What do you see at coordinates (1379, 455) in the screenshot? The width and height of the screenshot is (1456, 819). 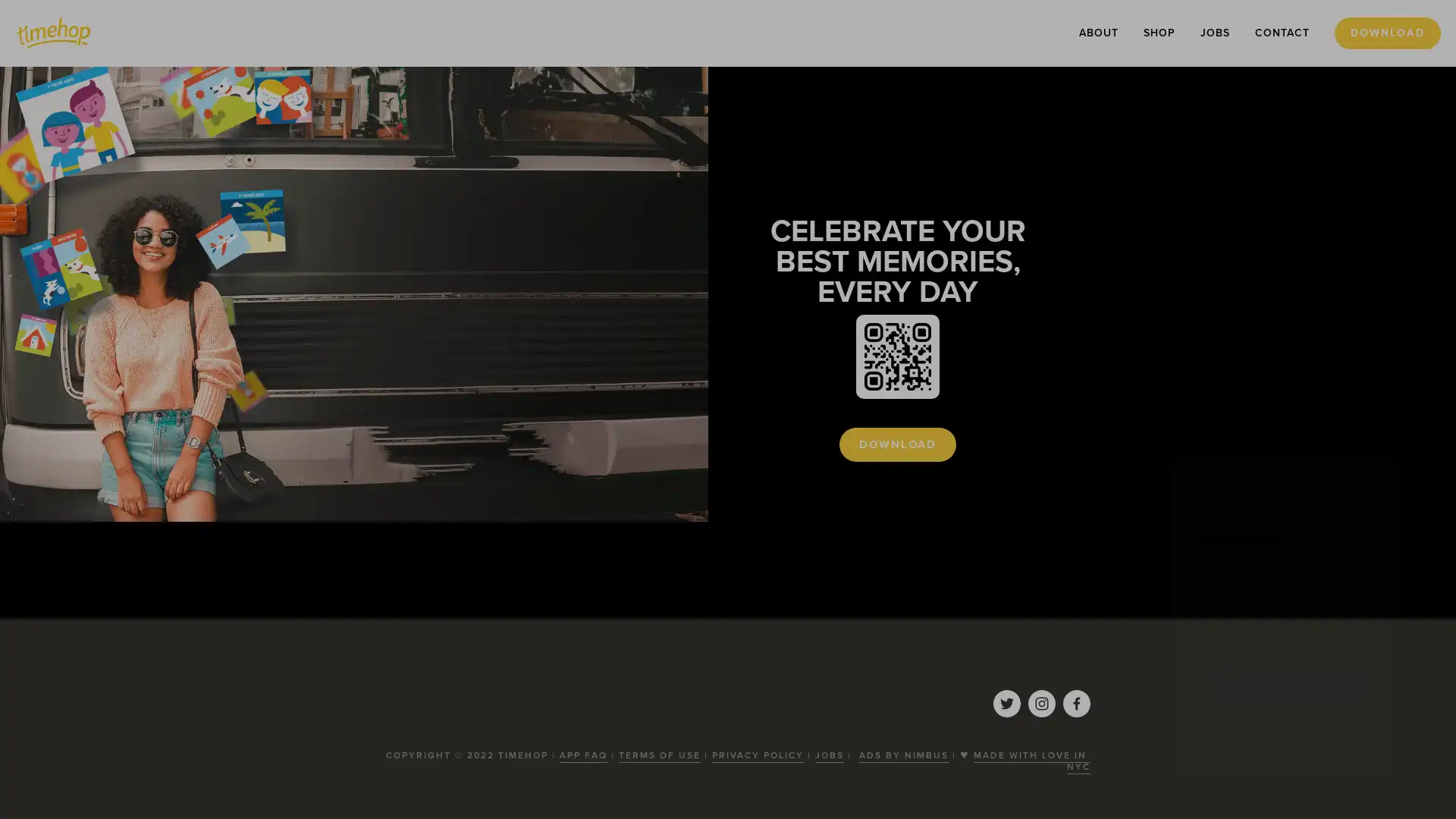 I see `Close` at bounding box center [1379, 455].